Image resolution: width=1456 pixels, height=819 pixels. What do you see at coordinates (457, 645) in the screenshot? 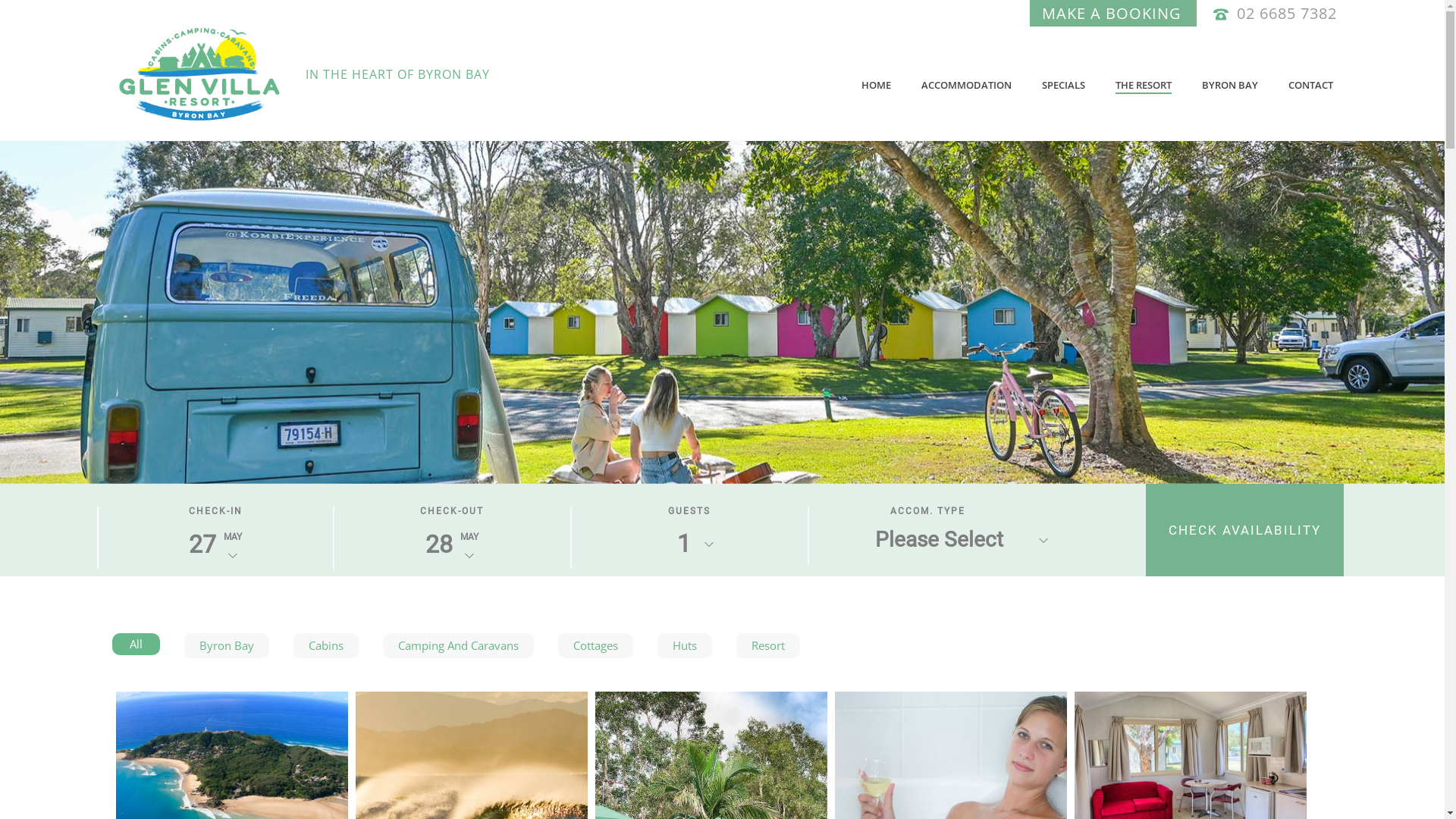
I see `'Camping And Caravans'` at bounding box center [457, 645].